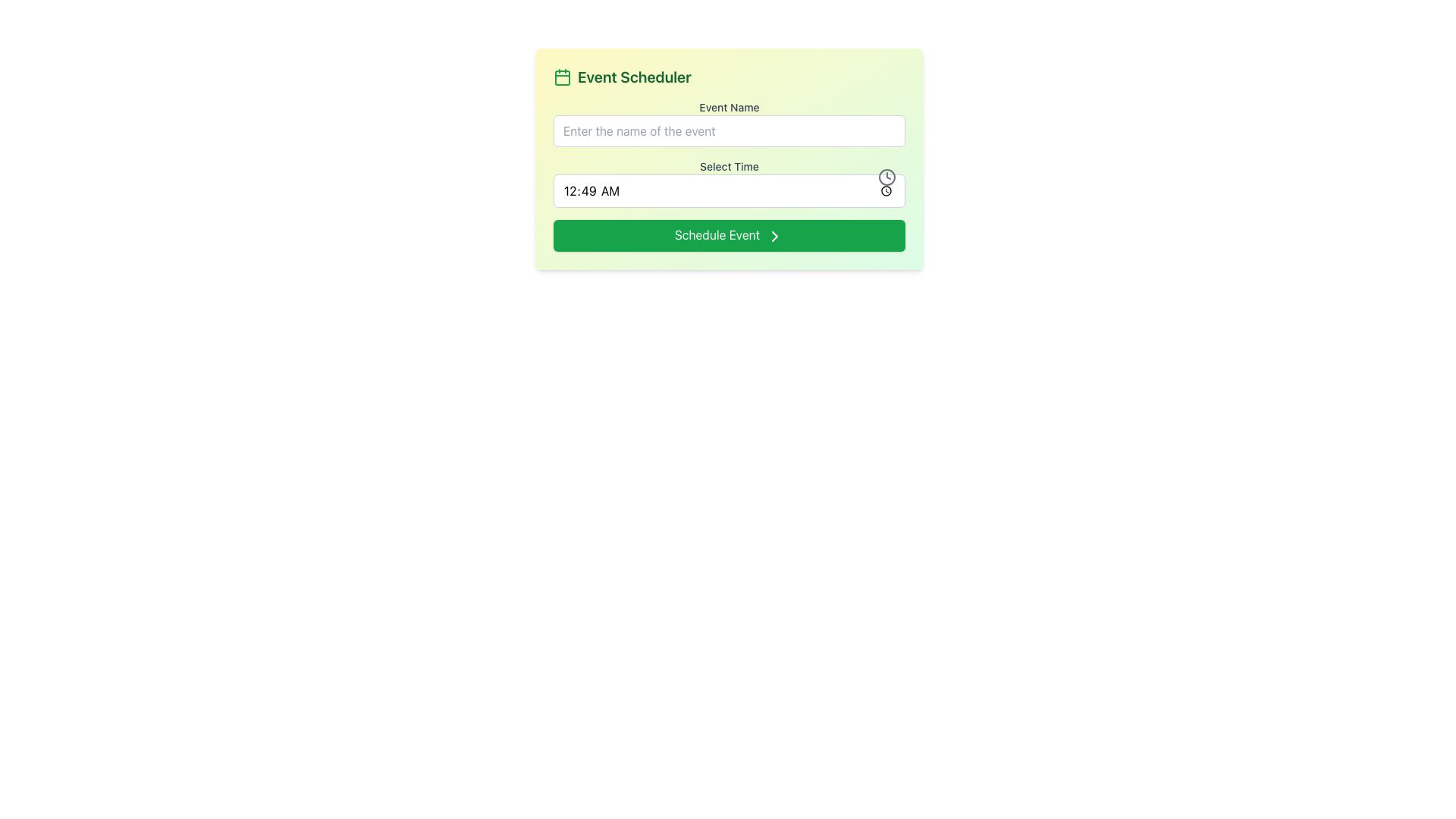 This screenshot has width=1456, height=819. Describe the element at coordinates (562, 78) in the screenshot. I see `the inner rectangle of the green decorative calendar icon located to the left of the 'Event Scheduler' text at the top of the interface` at that location.